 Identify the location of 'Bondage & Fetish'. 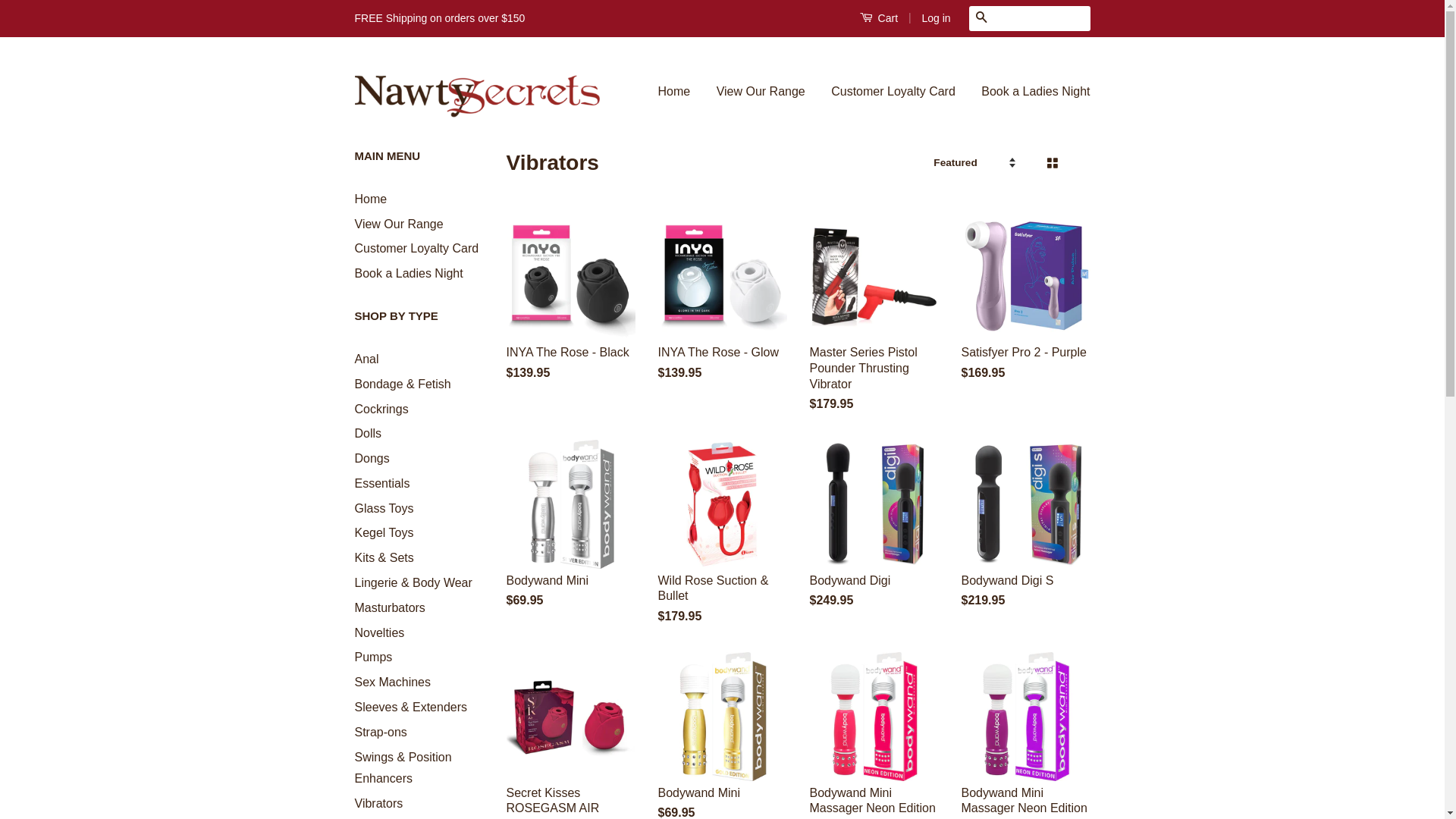
(403, 383).